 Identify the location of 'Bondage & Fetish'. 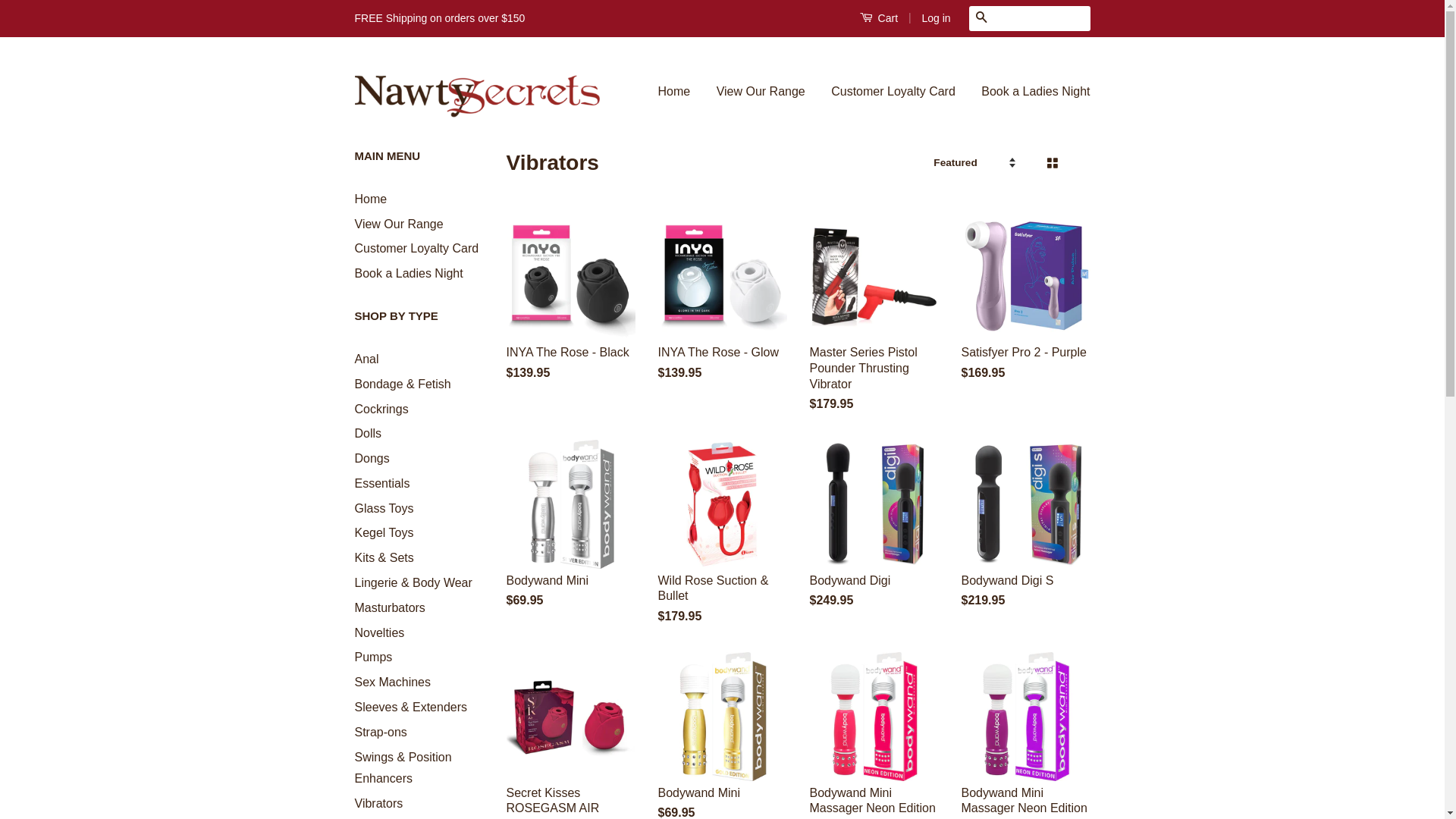
(403, 383).